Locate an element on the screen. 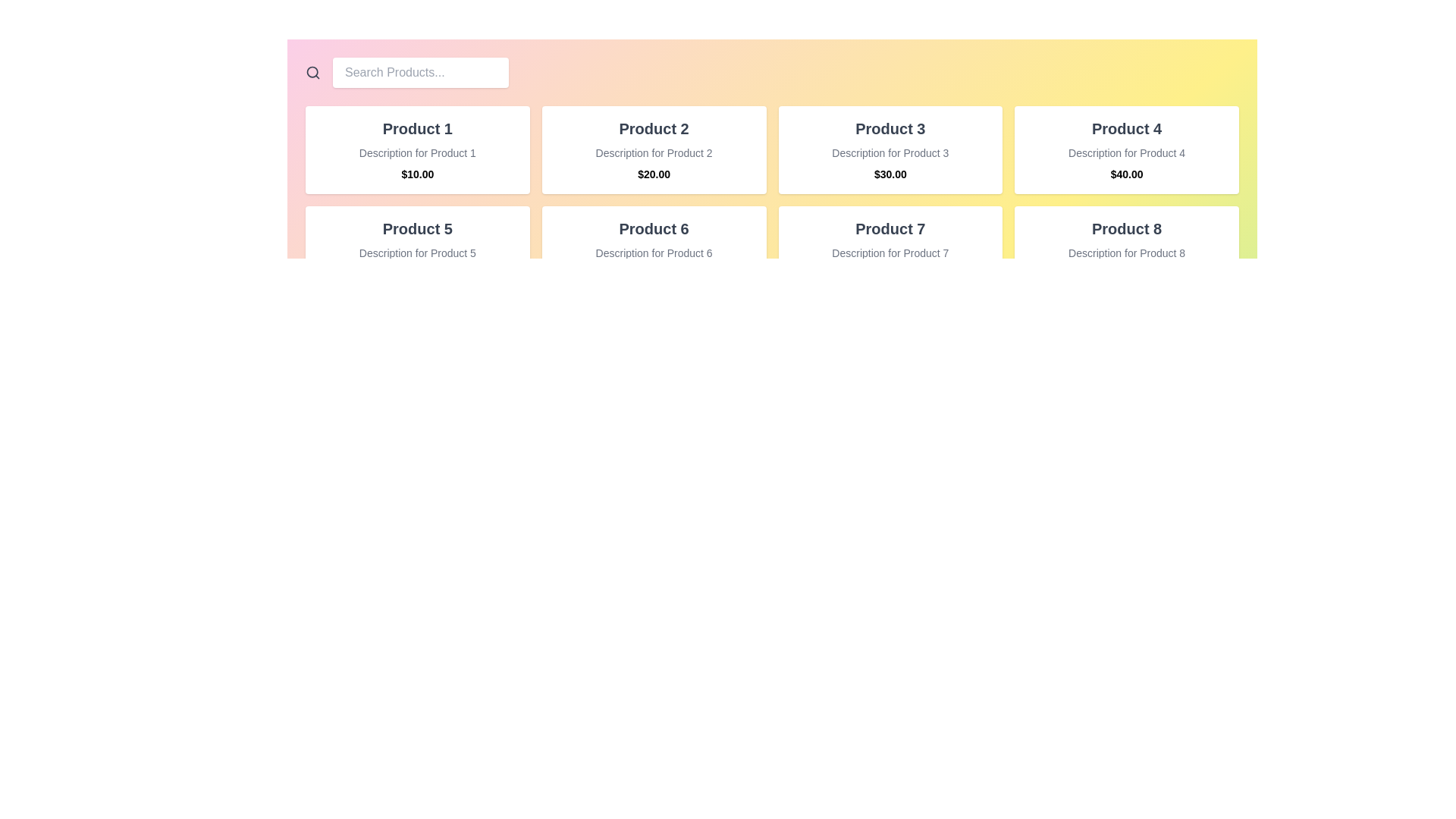 Image resolution: width=1456 pixels, height=819 pixels. the first product card in the grid is located at coordinates (417, 149).